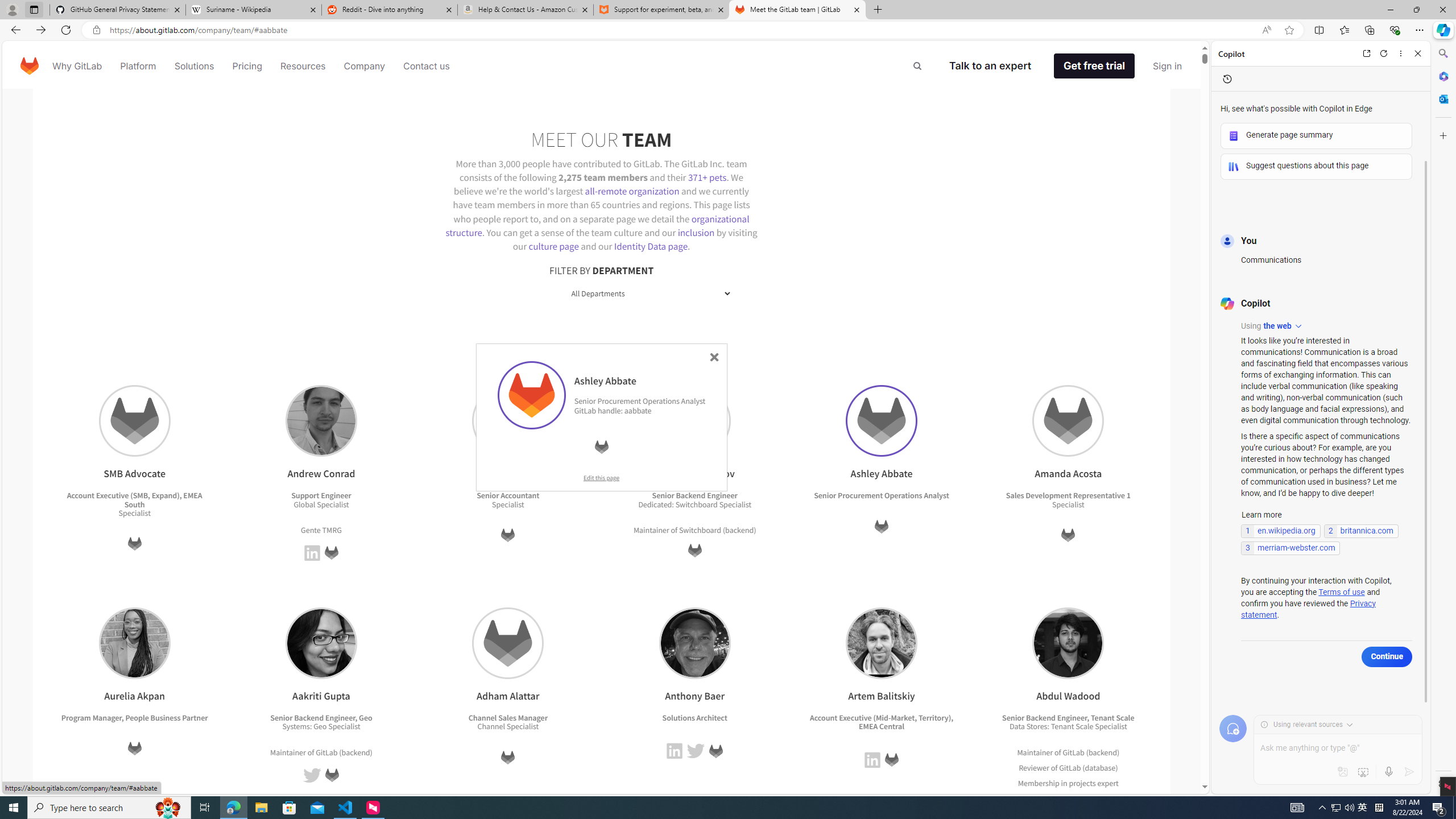  What do you see at coordinates (1044, 717) in the screenshot?
I see `'Senior Backend Engineer'` at bounding box center [1044, 717].